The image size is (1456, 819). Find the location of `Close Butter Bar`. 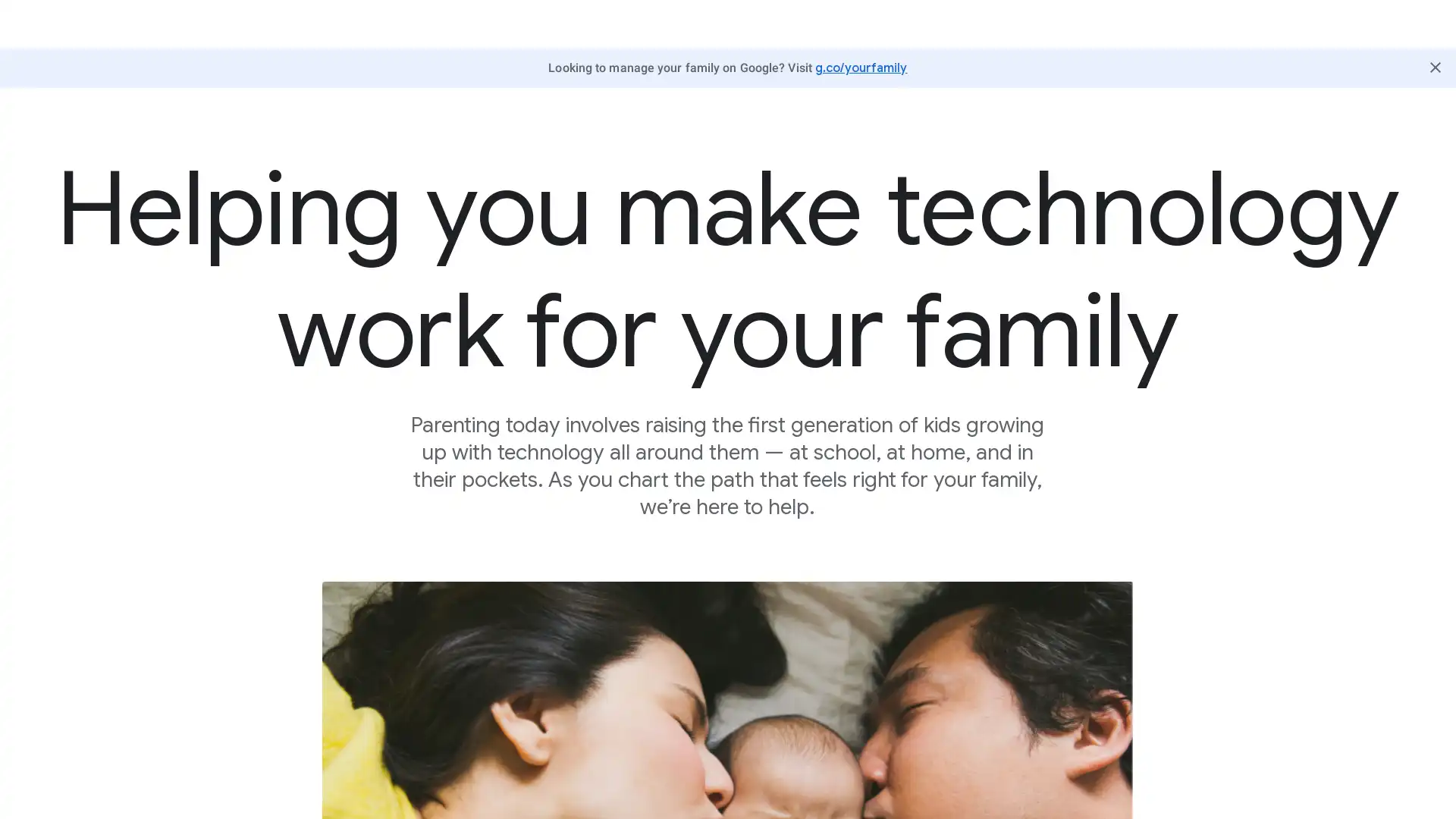

Close Butter Bar is located at coordinates (1434, 66).